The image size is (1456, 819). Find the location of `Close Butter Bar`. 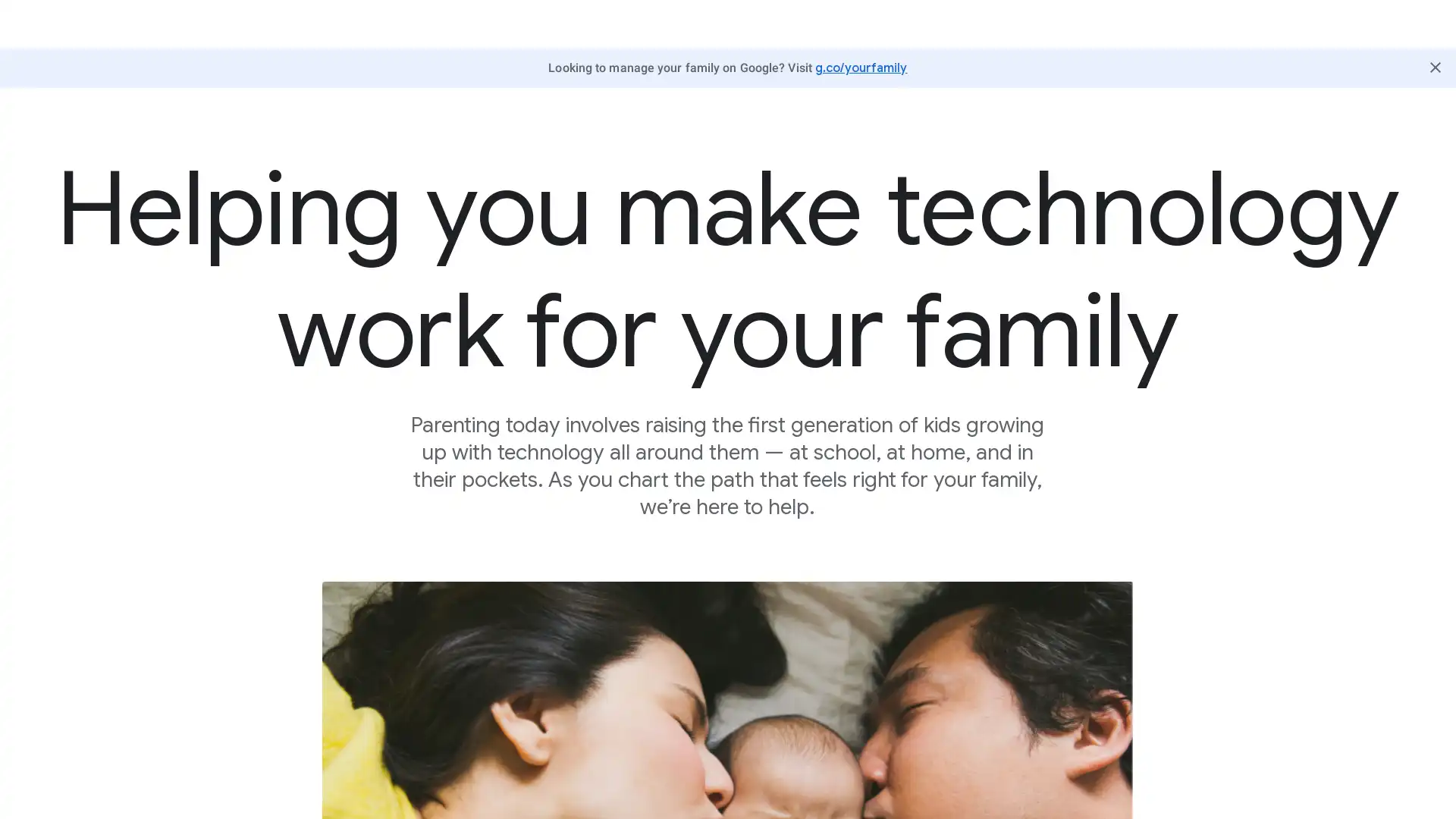

Close Butter Bar is located at coordinates (1434, 66).